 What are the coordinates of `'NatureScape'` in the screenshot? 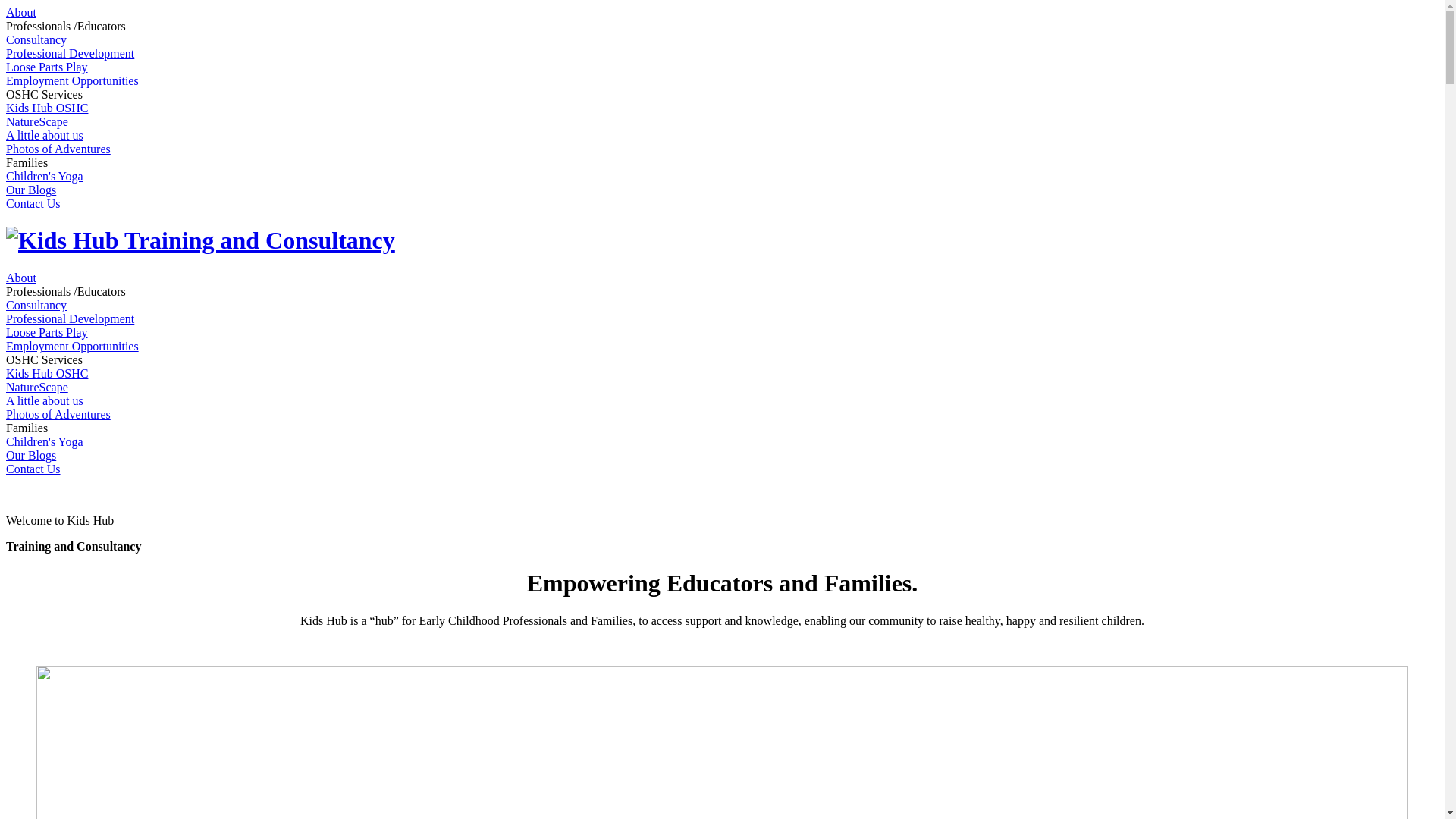 It's located at (6, 386).